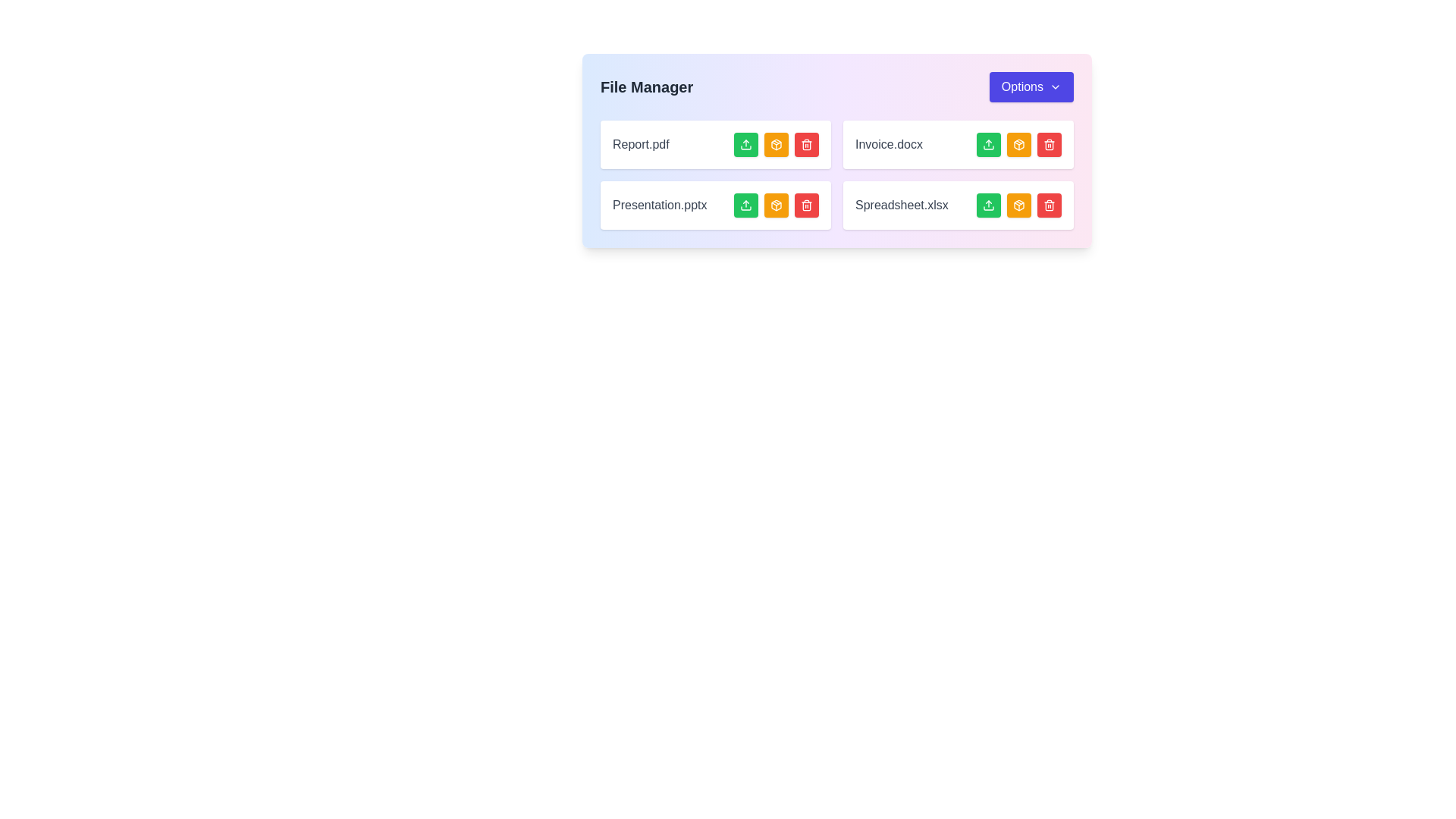 The width and height of the screenshot is (1456, 819). I want to click on the SVG upload icon located in the green button next to the file Spreadsheet.xlsx in the bottom-right corner of the file manager interface for further interaction, so click(989, 205).